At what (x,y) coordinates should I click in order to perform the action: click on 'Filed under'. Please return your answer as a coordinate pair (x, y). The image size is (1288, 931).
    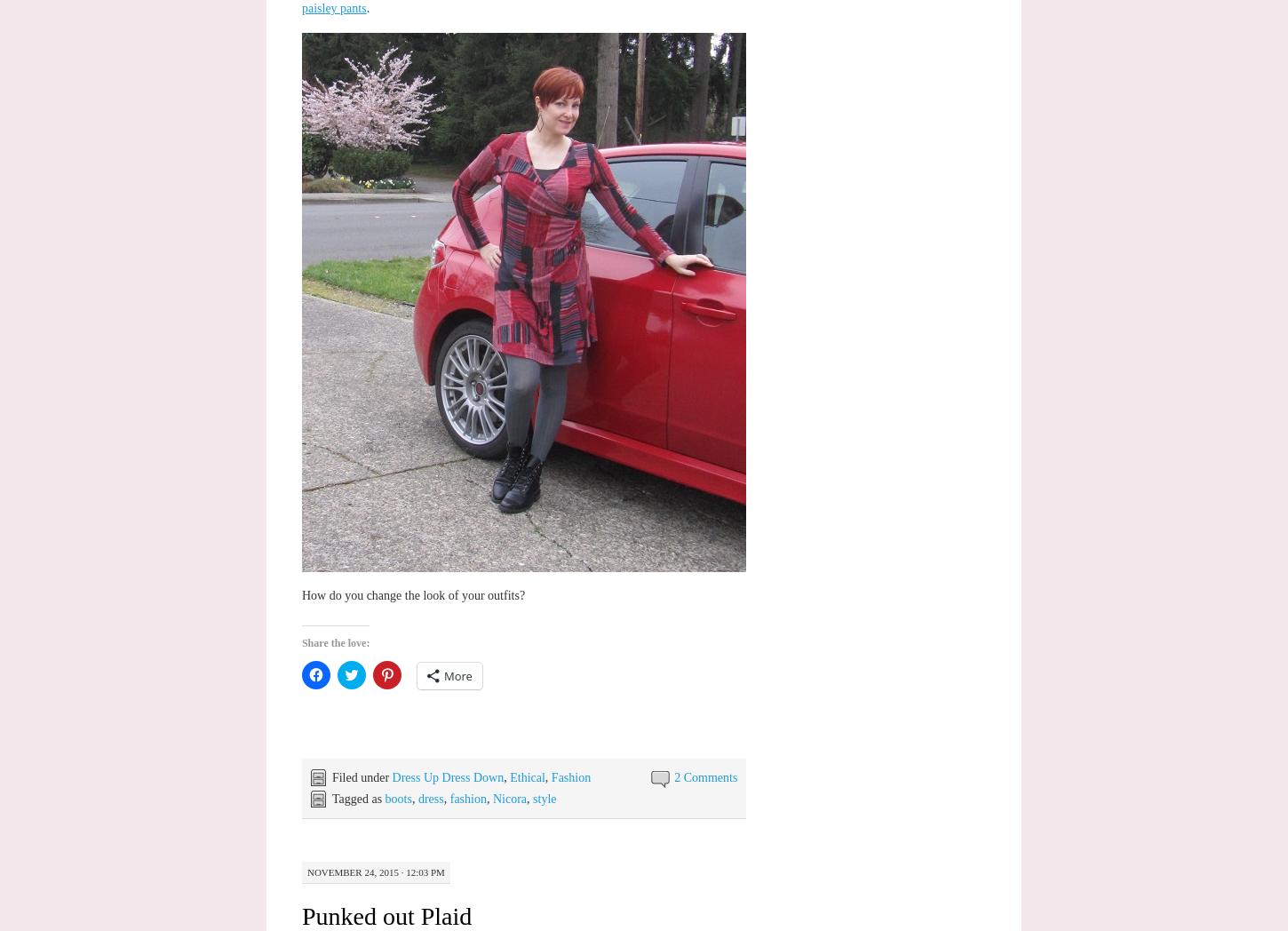
    Looking at the image, I should click on (361, 776).